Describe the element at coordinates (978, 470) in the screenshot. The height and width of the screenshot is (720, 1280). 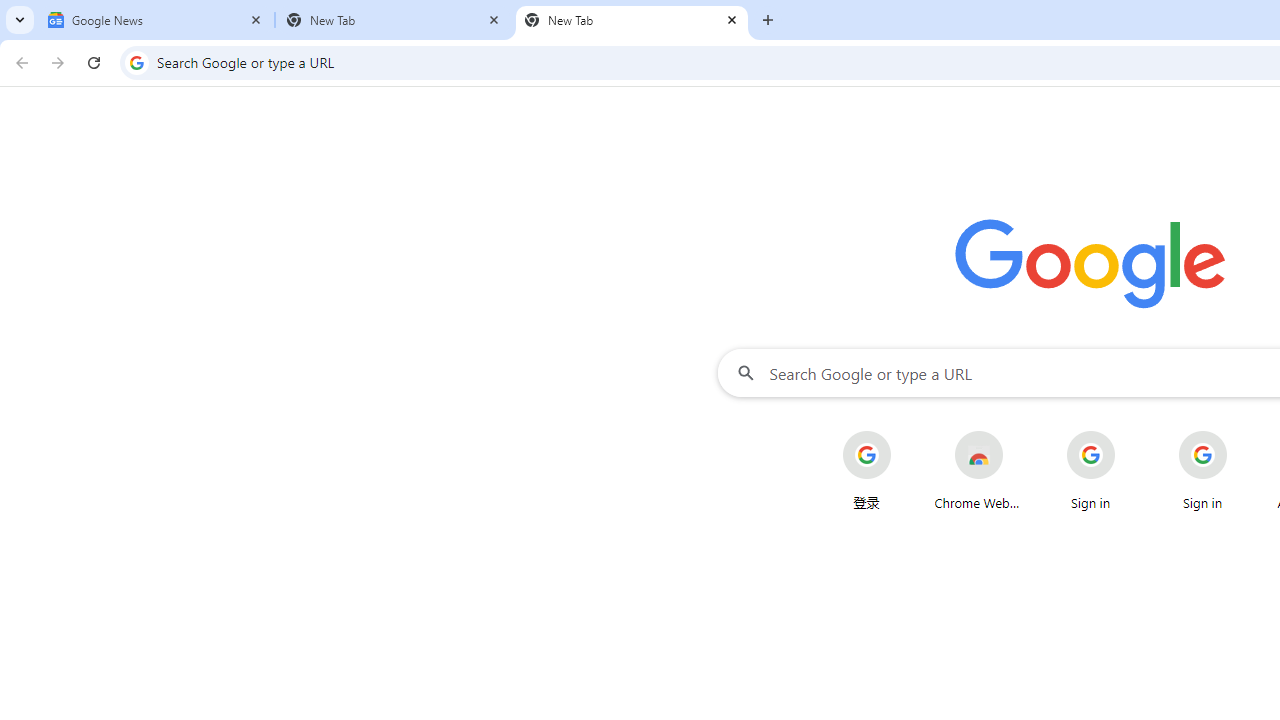
I see `'Chrome Web Store'` at that location.